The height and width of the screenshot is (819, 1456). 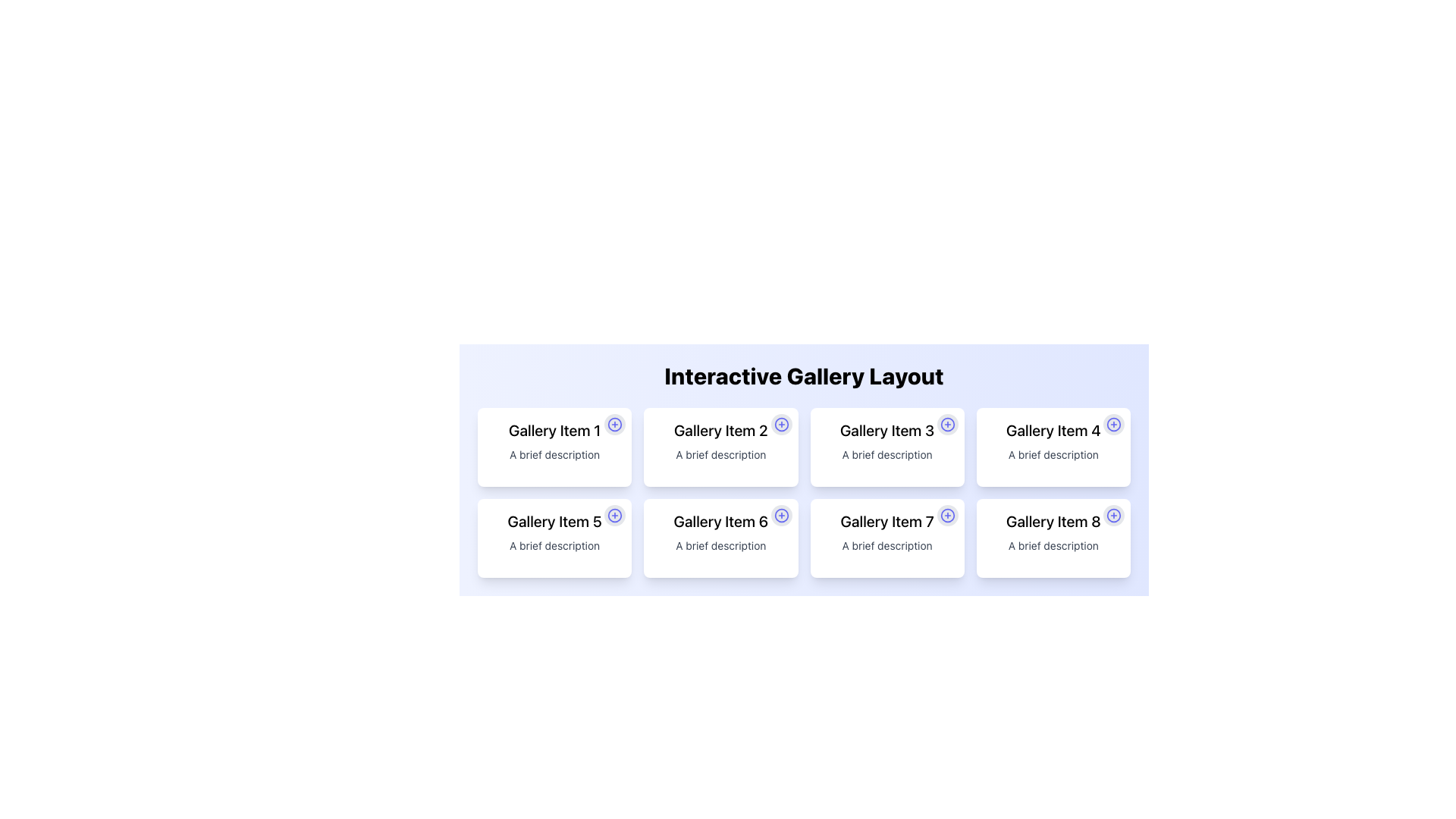 What do you see at coordinates (1113, 514) in the screenshot?
I see `the circular button with a plus icon inside it, located in the top-right corner of 'Gallery Item 8' card` at bounding box center [1113, 514].